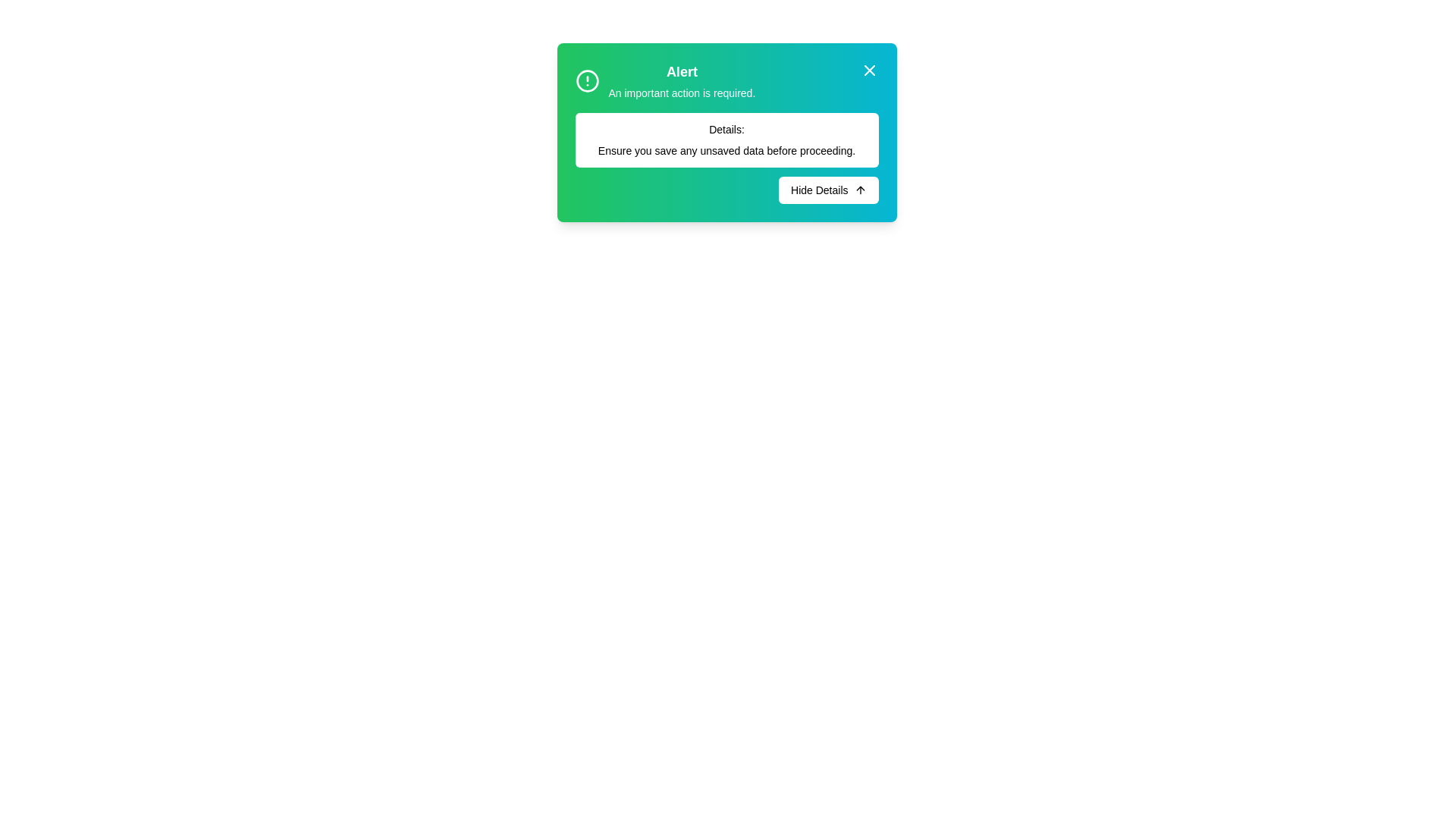 Image resolution: width=1456 pixels, height=819 pixels. What do you see at coordinates (860, 189) in the screenshot?
I see `the small upward arrow icon within the 'Hide Details' button located in the bottom-right corner of the modal dialog` at bounding box center [860, 189].